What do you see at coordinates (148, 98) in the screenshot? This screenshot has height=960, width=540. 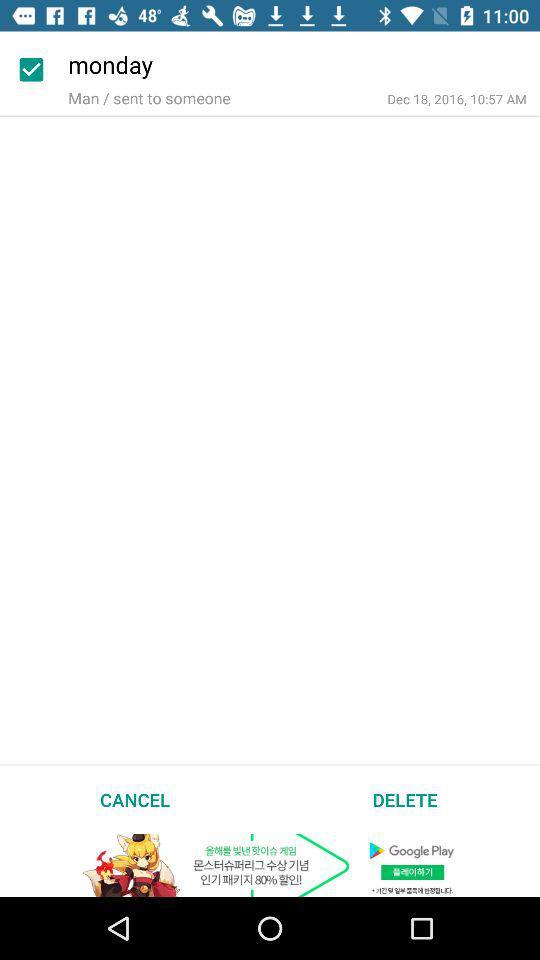 I see `icon next to dec 18 2016 item` at bounding box center [148, 98].